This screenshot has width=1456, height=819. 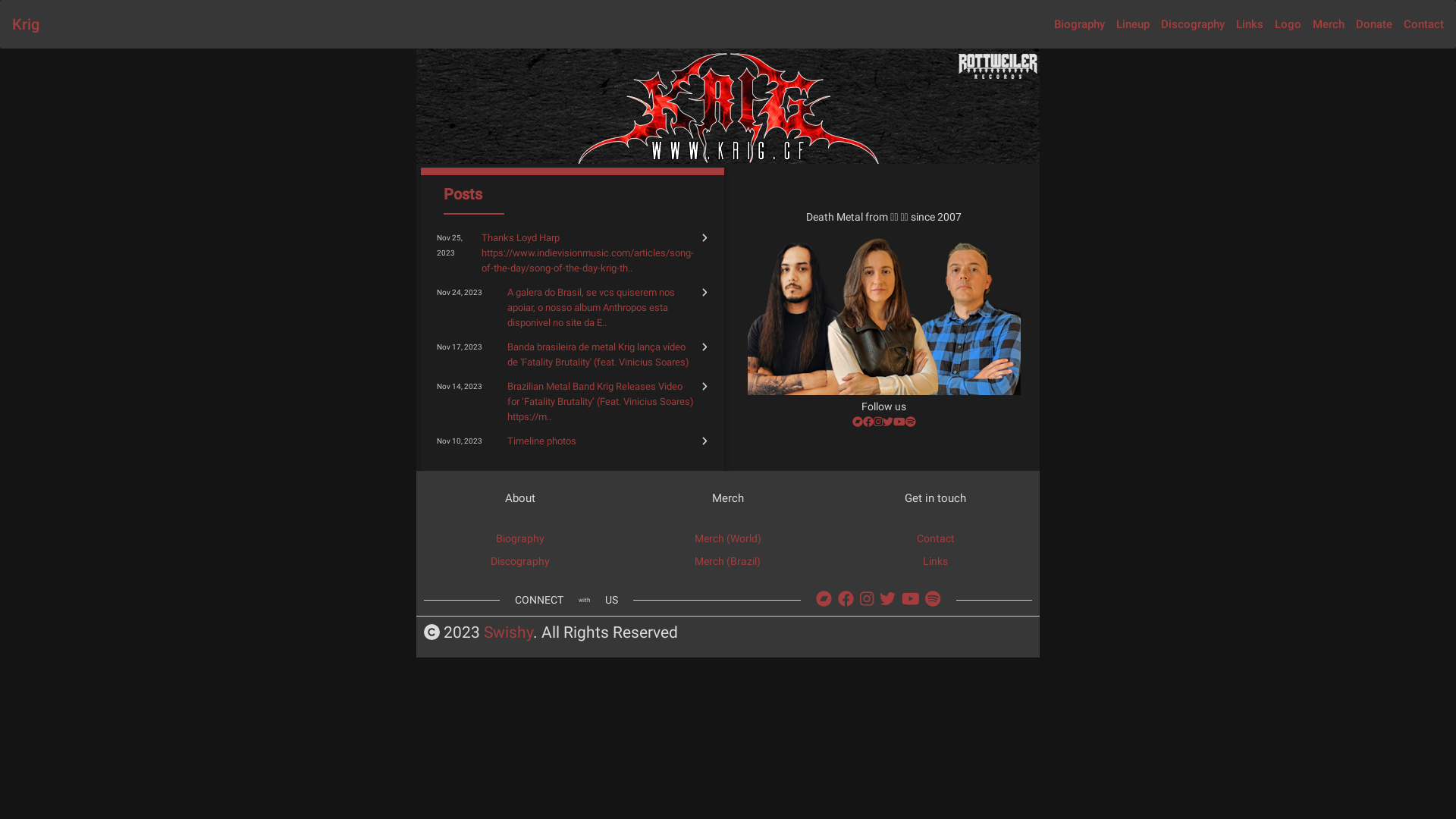 I want to click on 'Discography', so click(x=520, y=561).